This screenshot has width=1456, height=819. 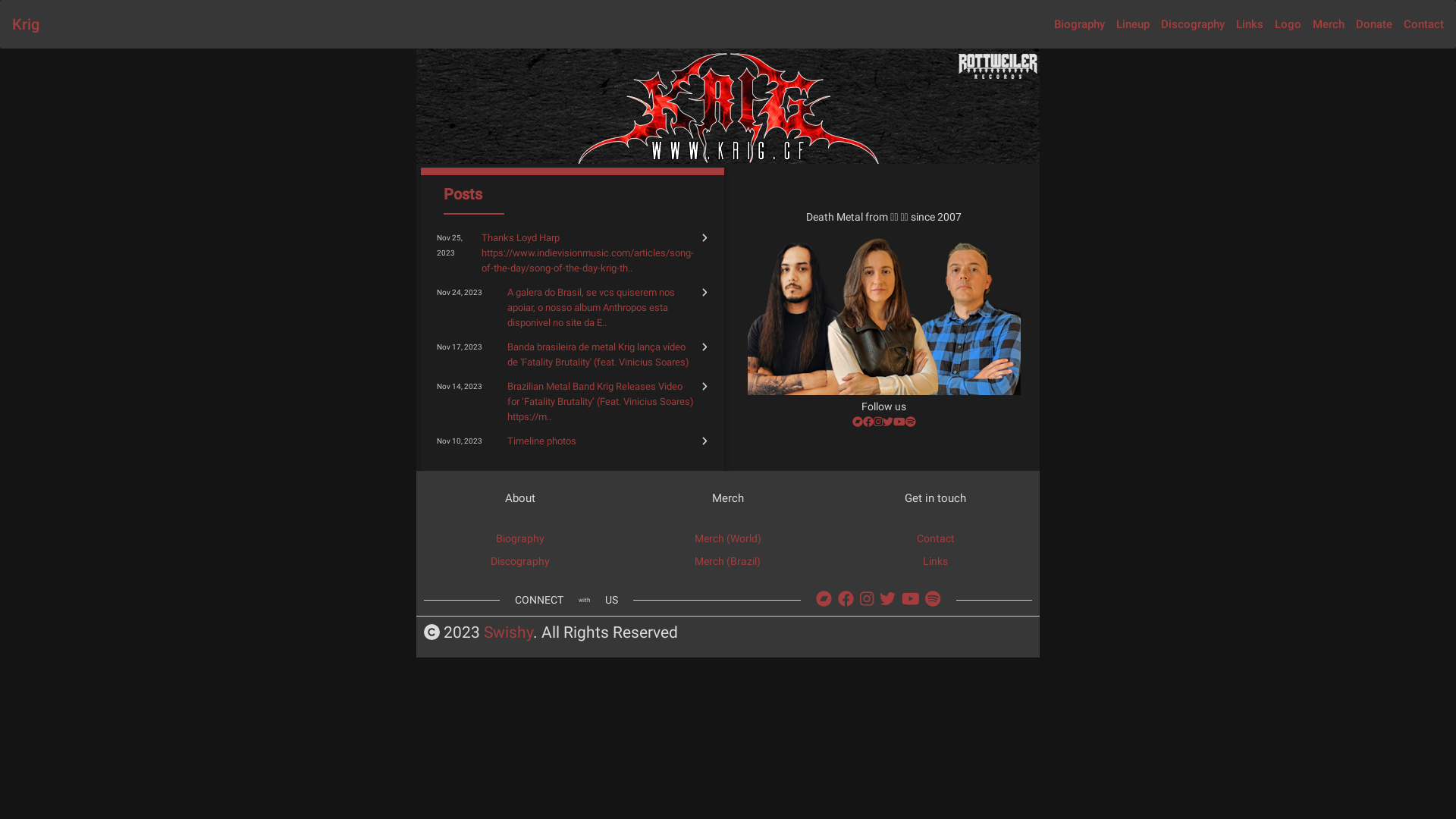 I want to click on 'Discography', so click(x=520, y=561).